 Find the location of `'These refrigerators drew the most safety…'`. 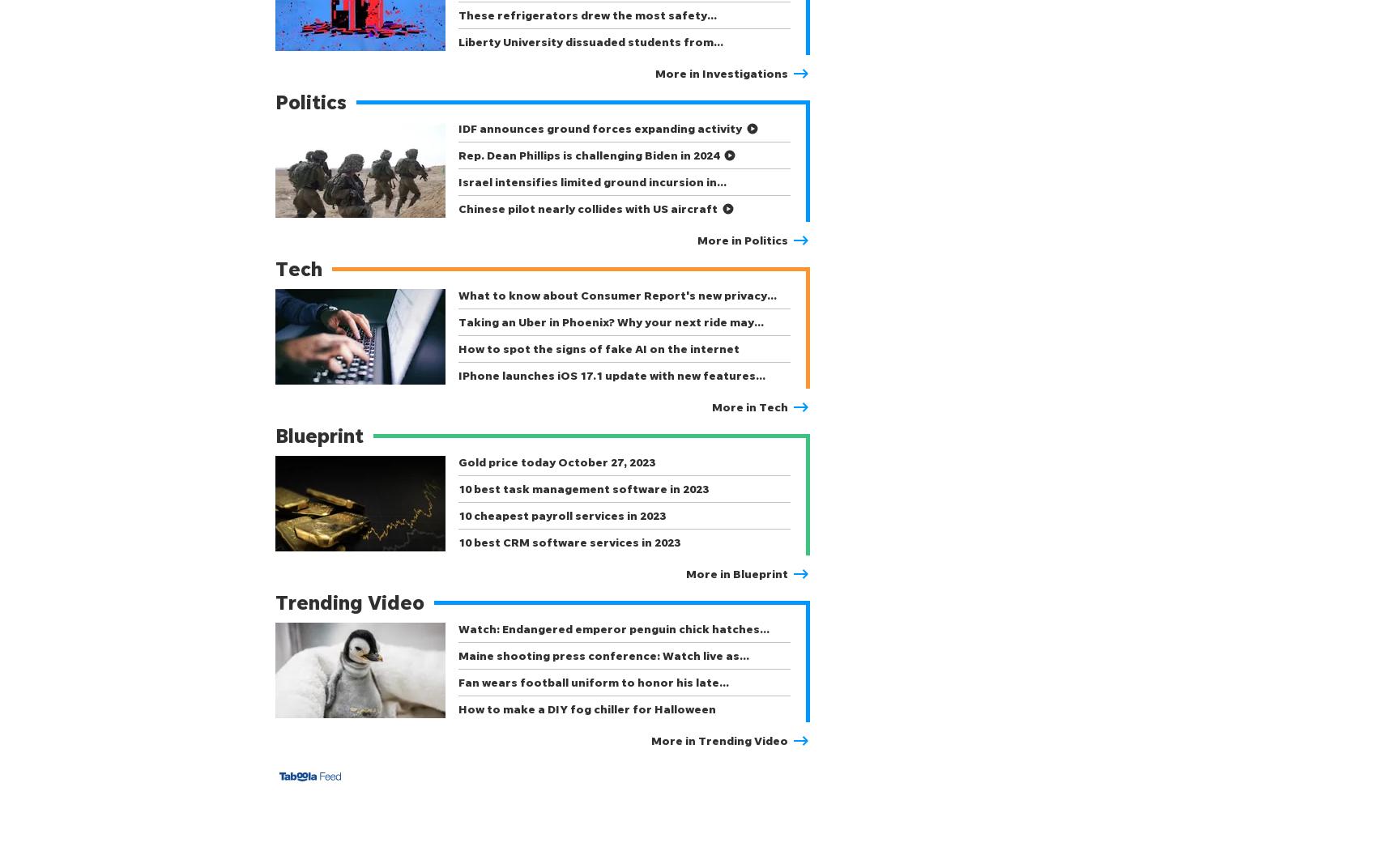

'These refrigerators drew the most safety…' is located at coordinates (587, 14).